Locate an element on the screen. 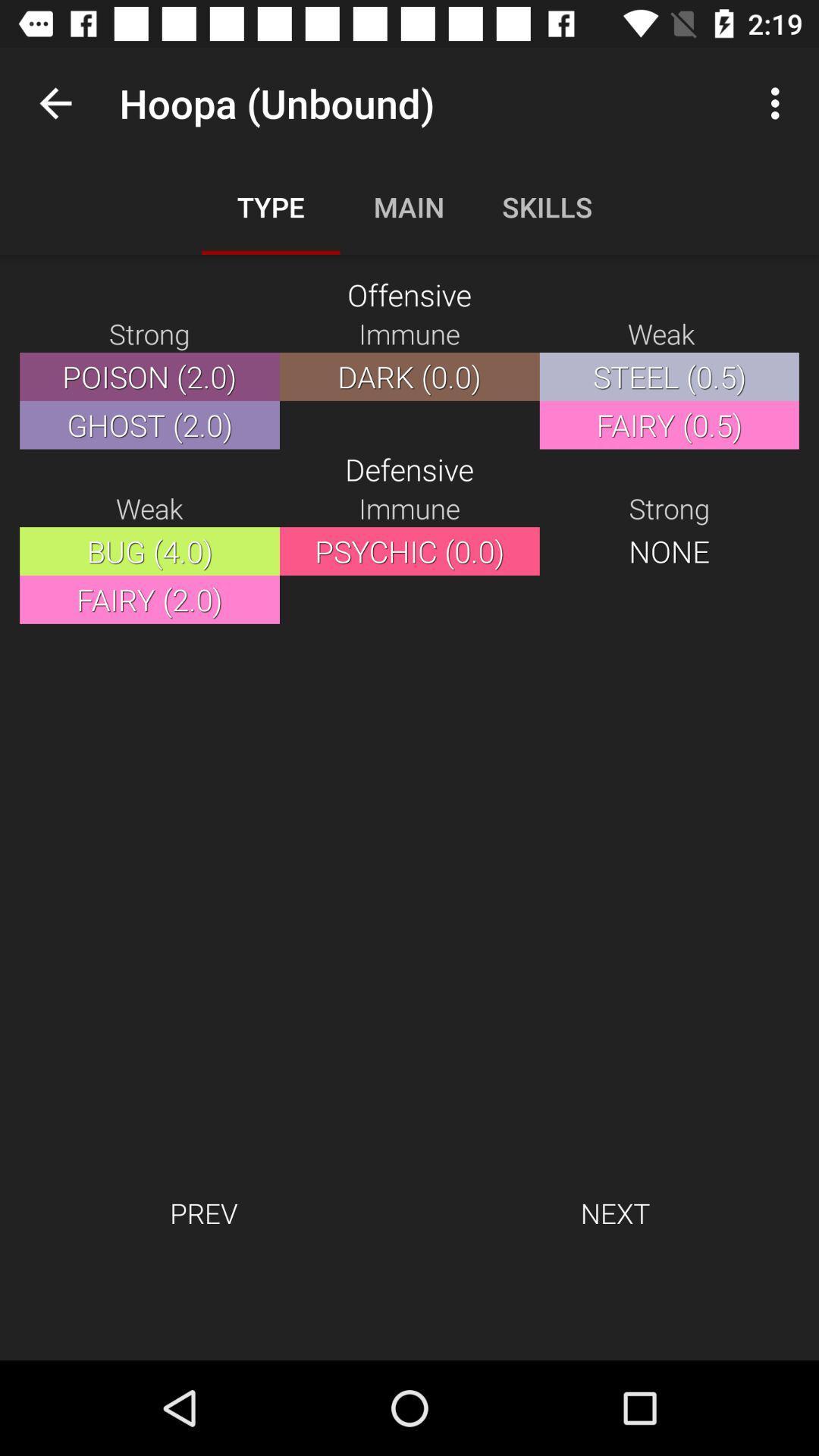  next is located at coordinates (615, 1212).